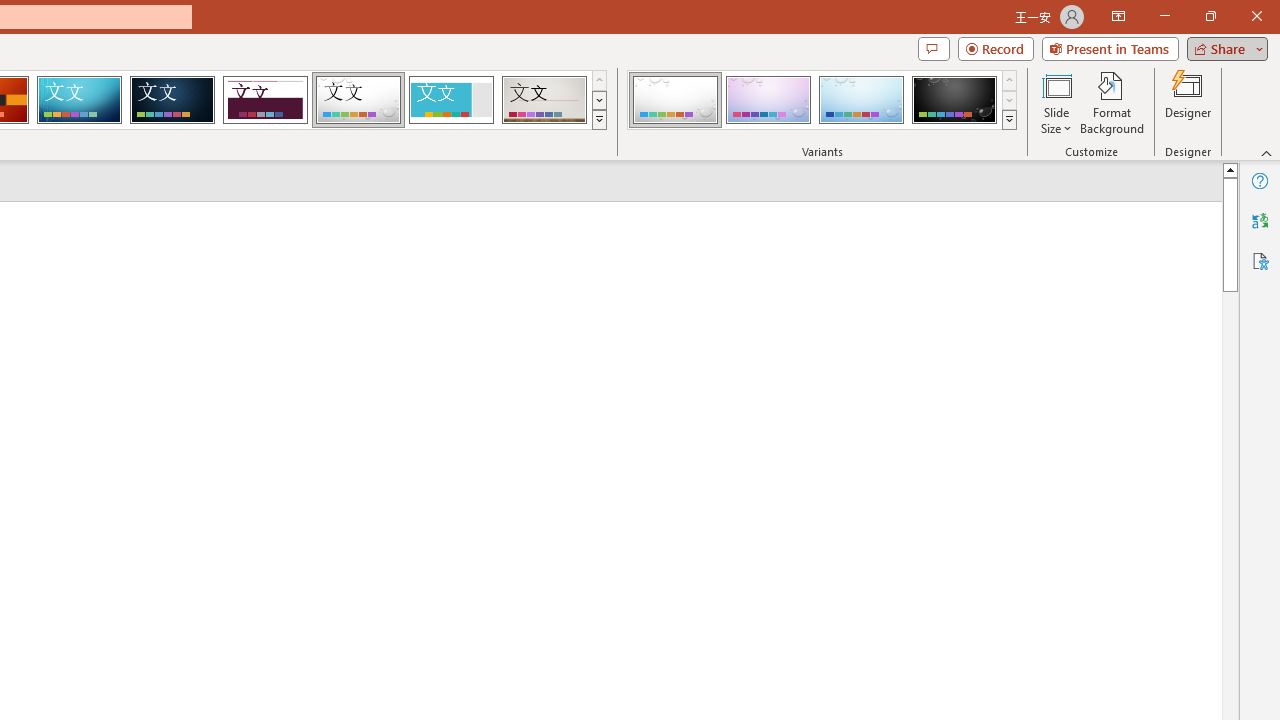 This screenshot has height=720, width=1280. Describe the element at coordinates (172, 100) in the screenshot. I see `'Damask'` at that location.